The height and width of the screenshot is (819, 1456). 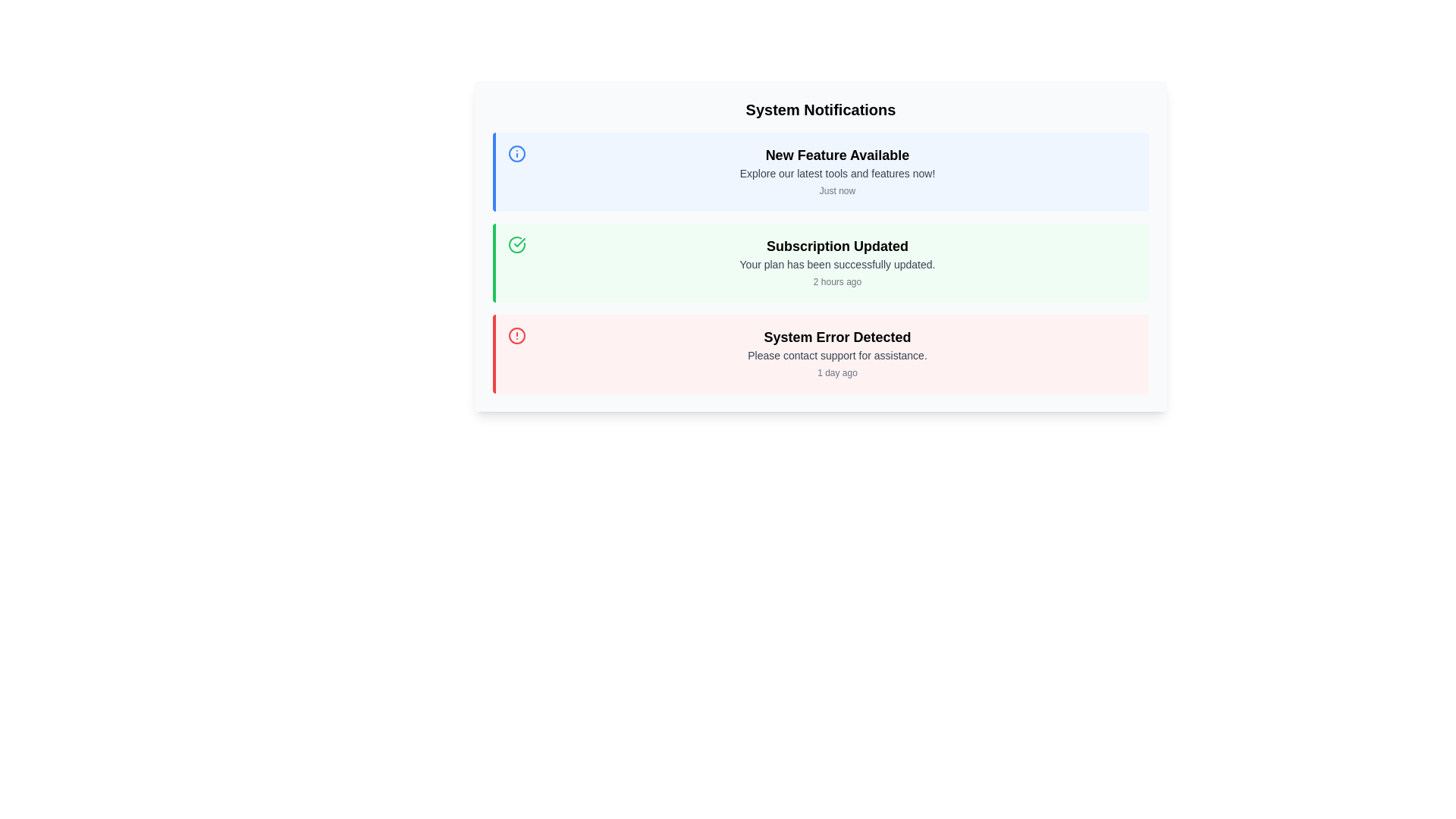 I want to click on the circular green icon with a checkmark inside, located in the second notification block next to the 'Subscription Updated' text, so click(x=516, y=244).